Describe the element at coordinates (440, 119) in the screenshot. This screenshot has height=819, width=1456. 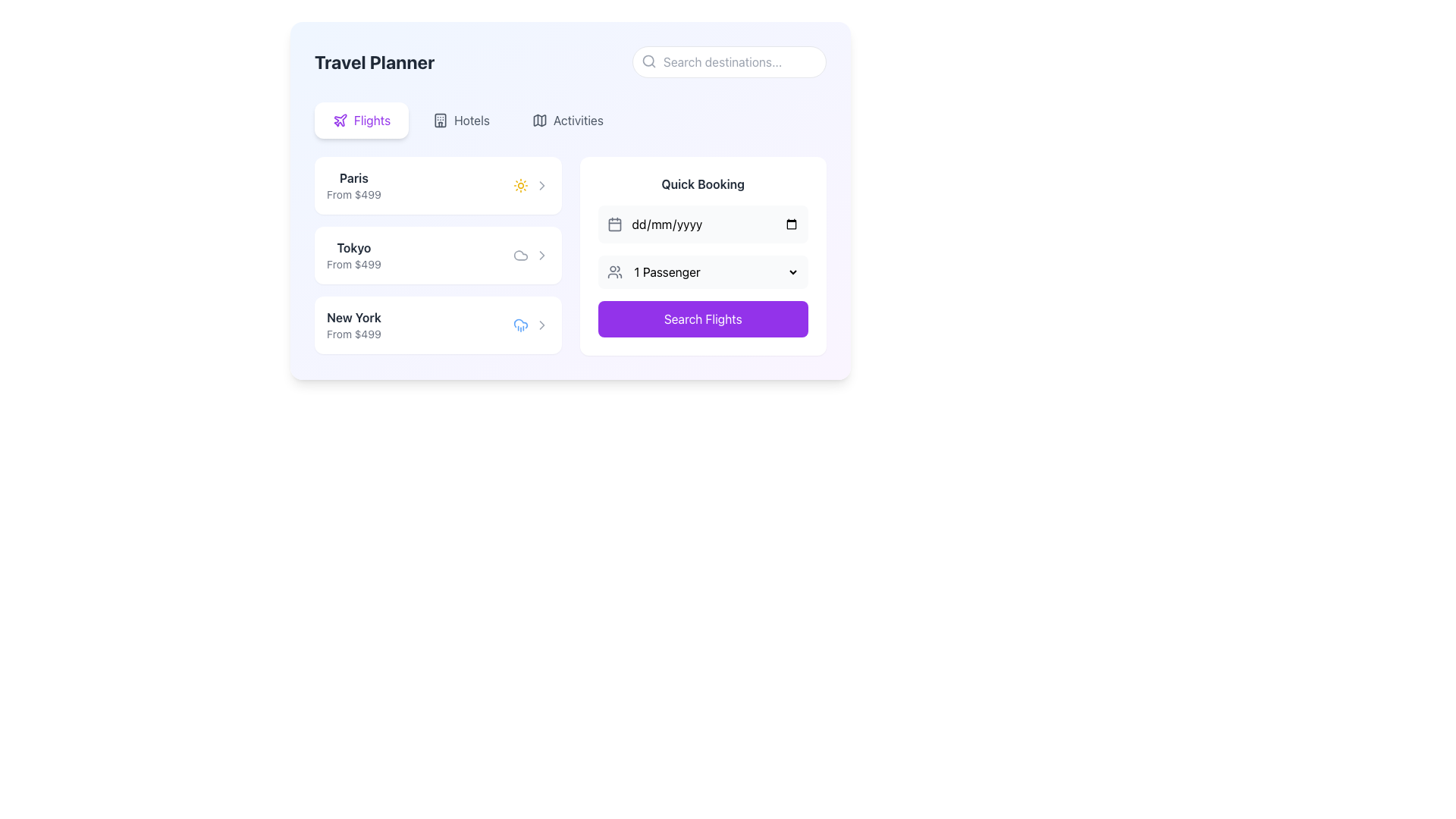
I see `the SVG element representing a hotel icon located in the navigation bar under the 'Hotels' tab option` at that location.